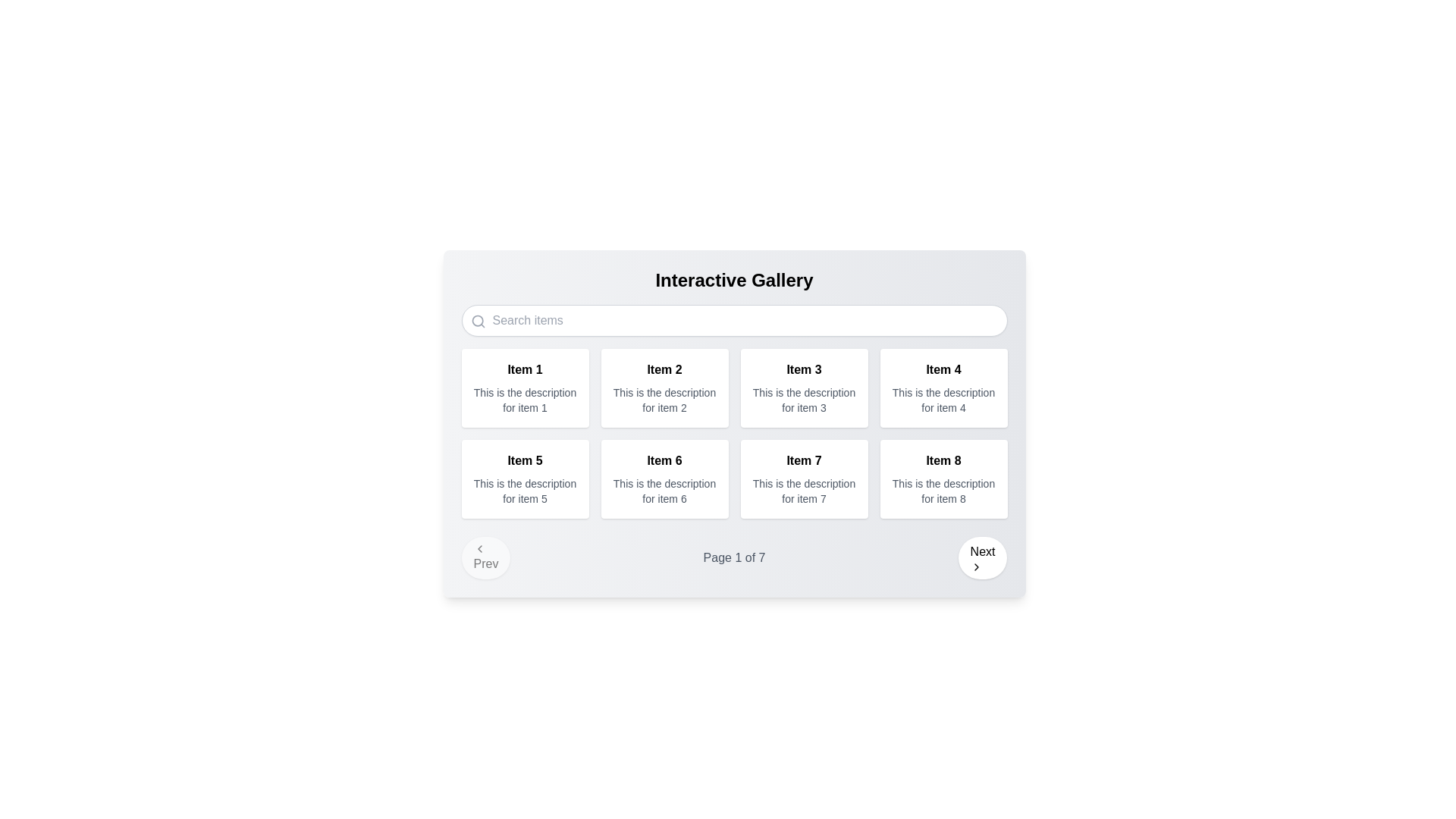 The image size is (1456, 819). Describe the element at coordinates (803, 479) in the screenshot. I see `the Card containing the bold text 'Item 7' and the description 'This is the description for item 7', located in the second row, third column of the grid` at that location.